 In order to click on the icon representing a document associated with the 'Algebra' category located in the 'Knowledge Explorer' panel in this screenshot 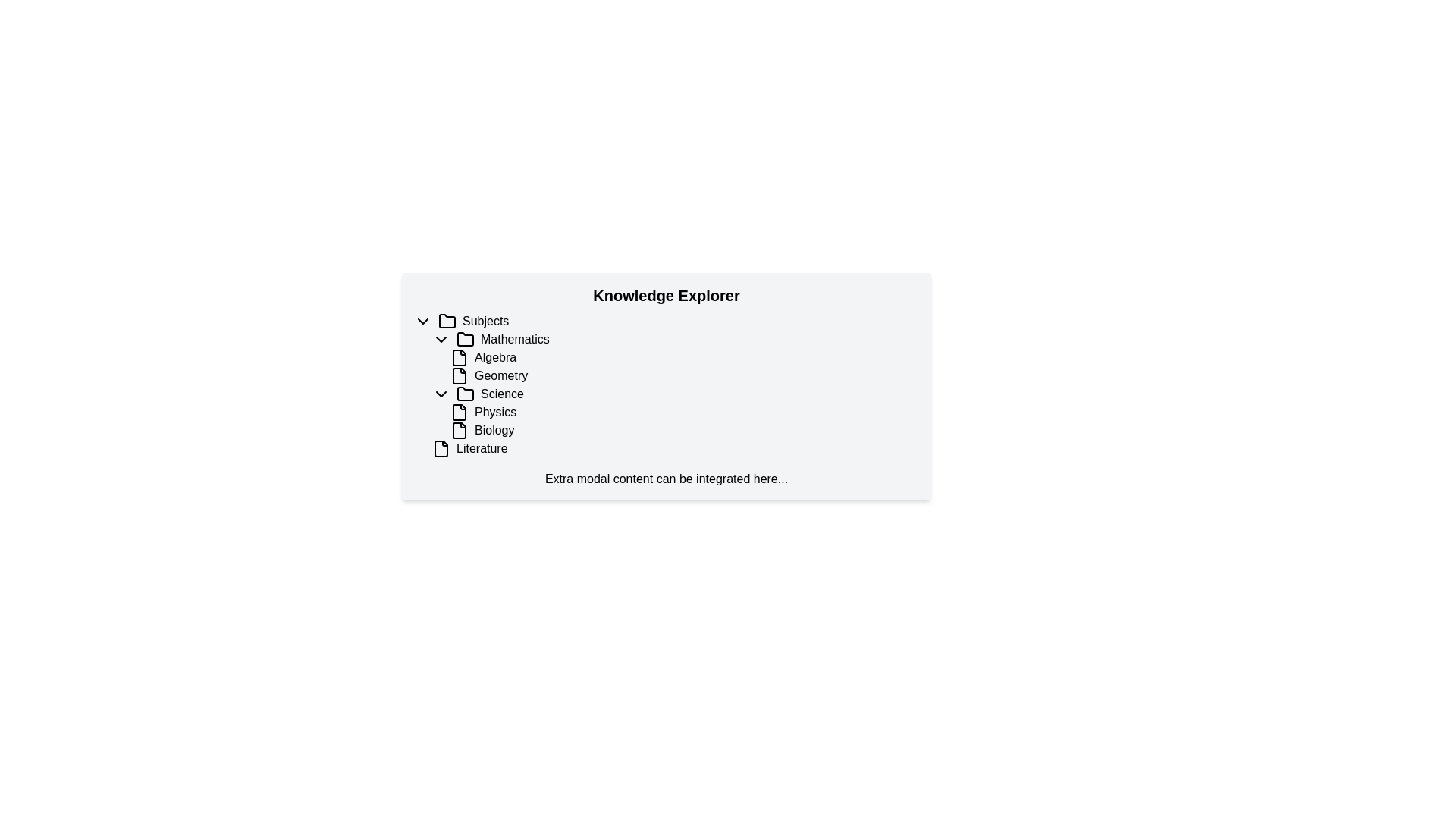, I will do `click(458, 357)`.